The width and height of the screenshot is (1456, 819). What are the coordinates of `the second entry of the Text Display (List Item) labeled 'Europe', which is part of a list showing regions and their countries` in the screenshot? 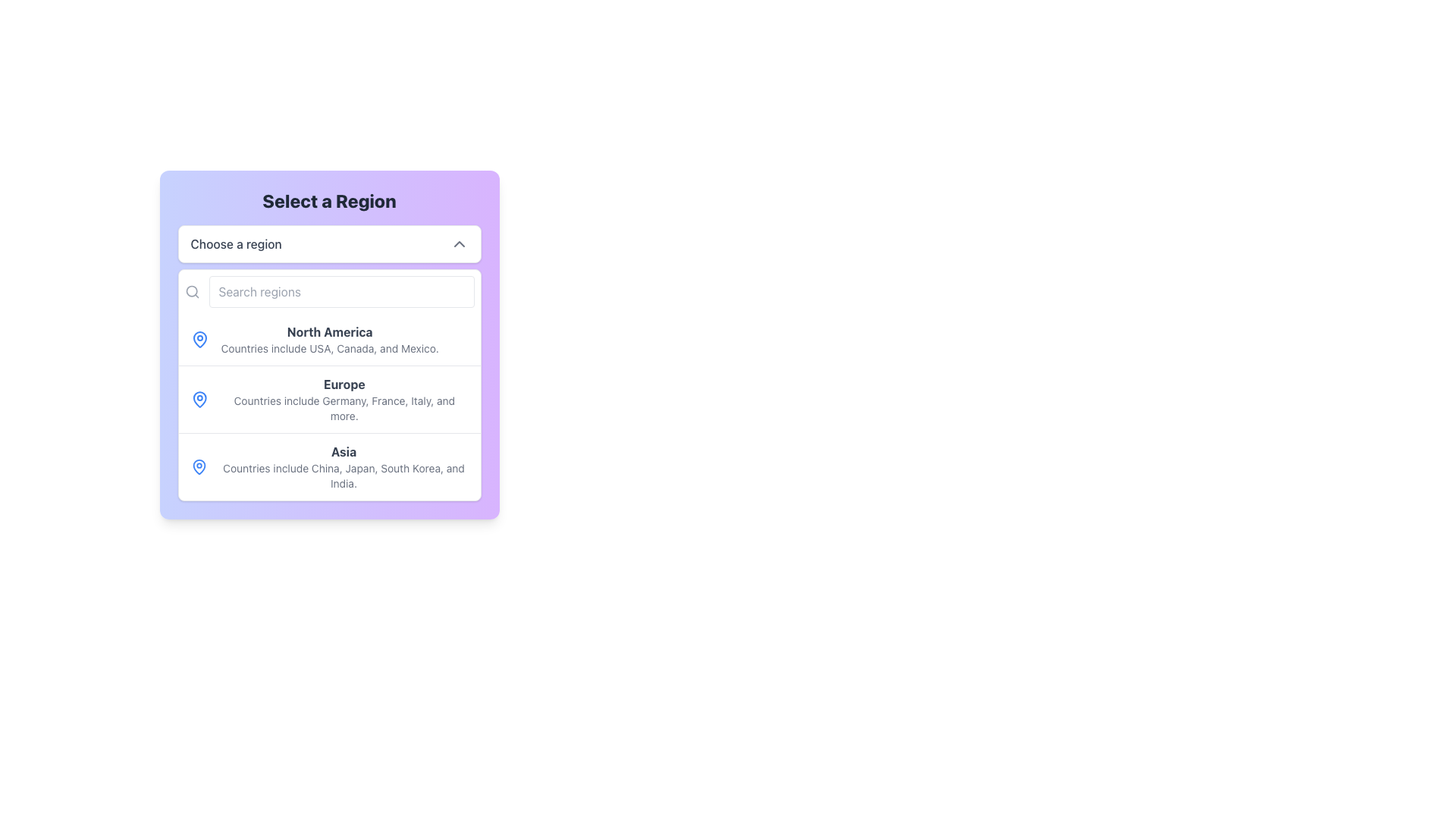 It's located at (328, 406).